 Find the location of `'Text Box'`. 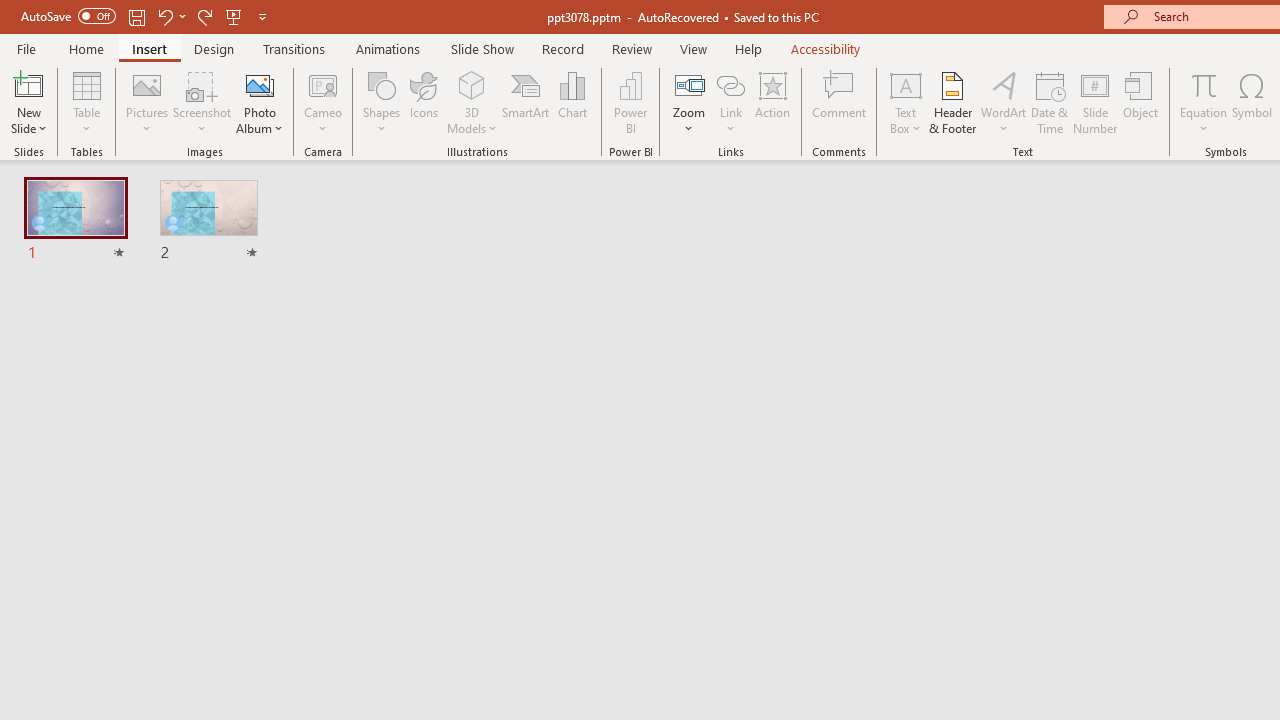

'Text Box' is located at coordinates (904, 103).